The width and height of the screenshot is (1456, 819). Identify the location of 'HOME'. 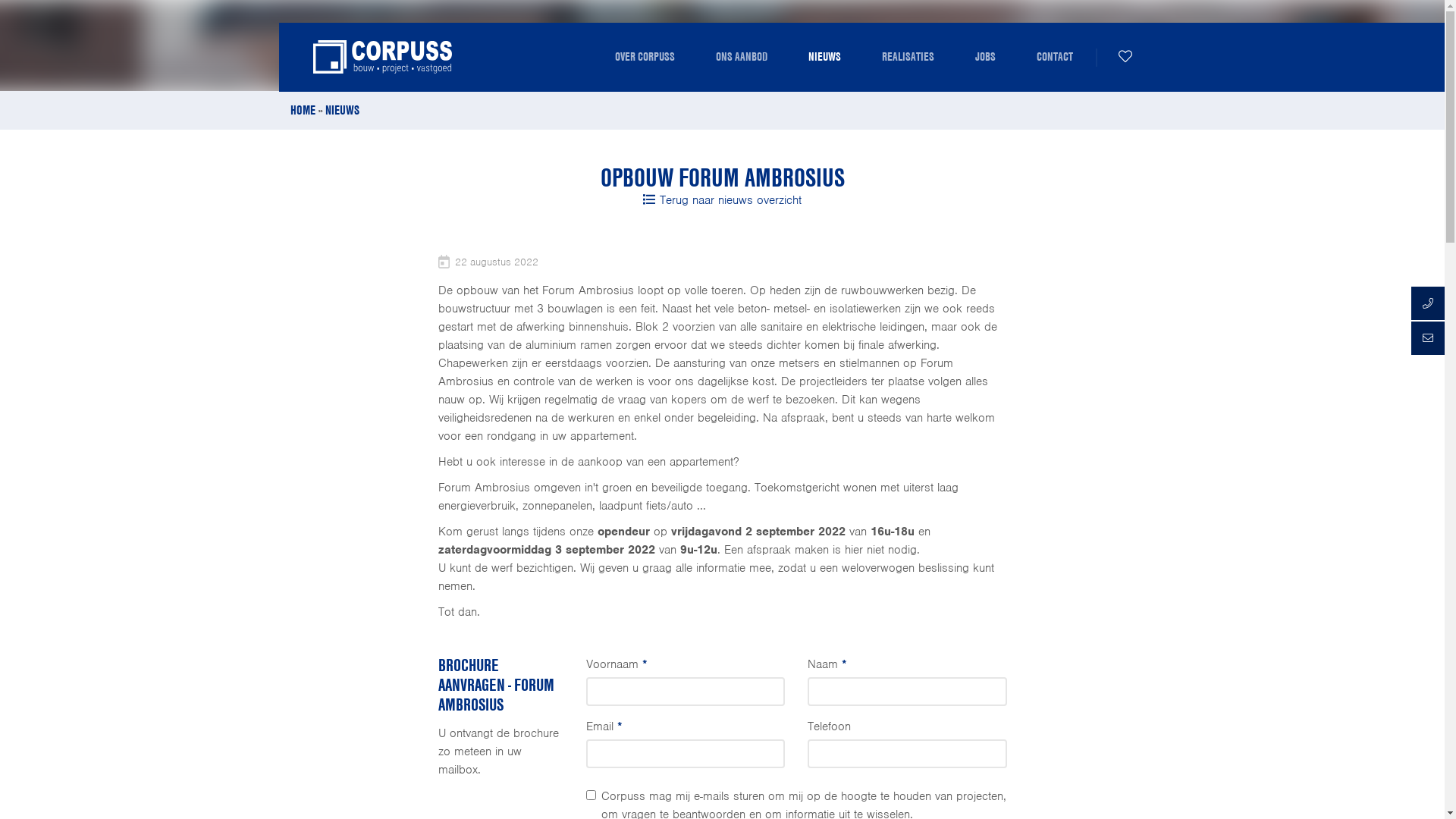
(302, 109).